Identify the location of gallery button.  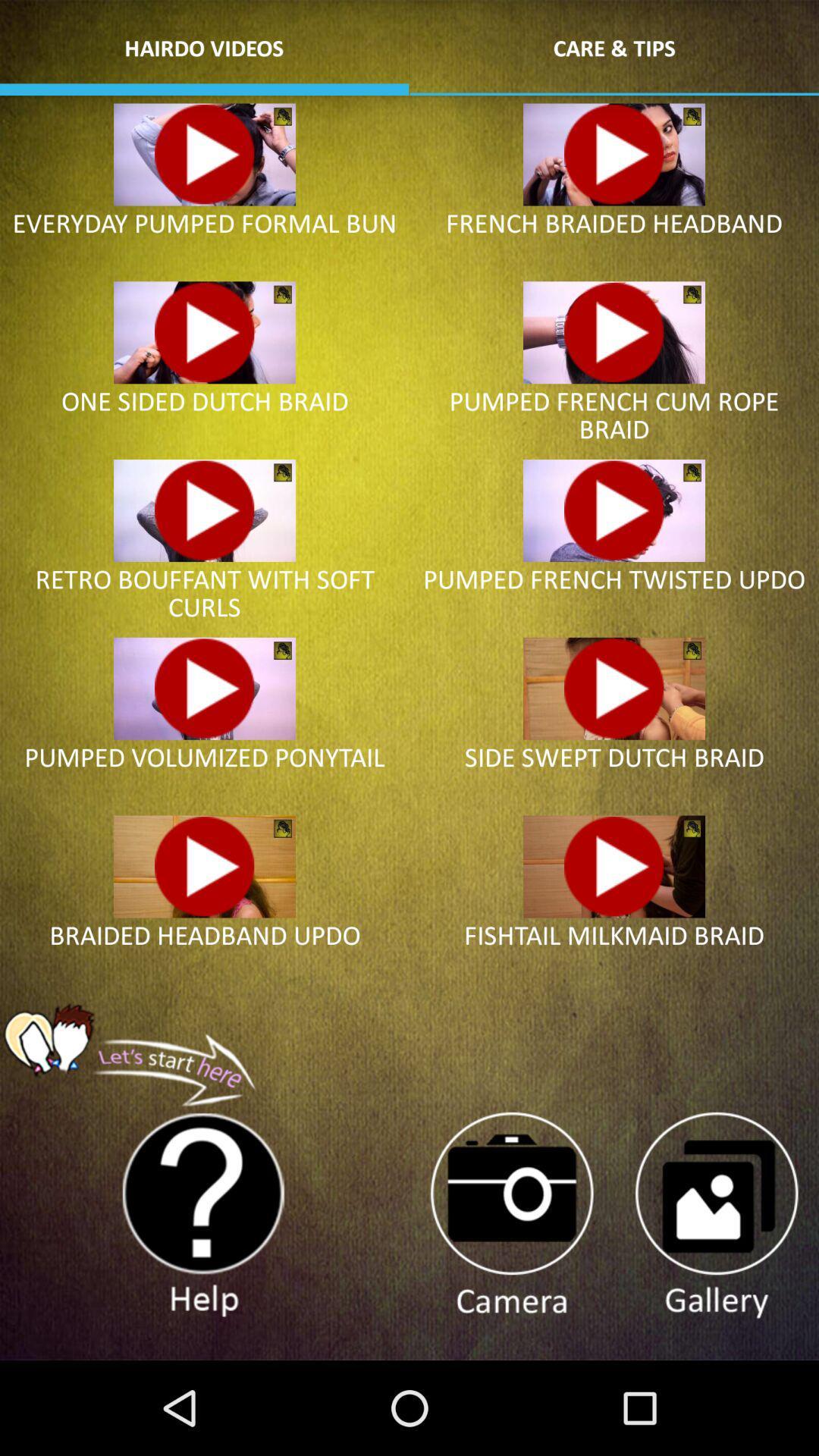
(716, 1216).